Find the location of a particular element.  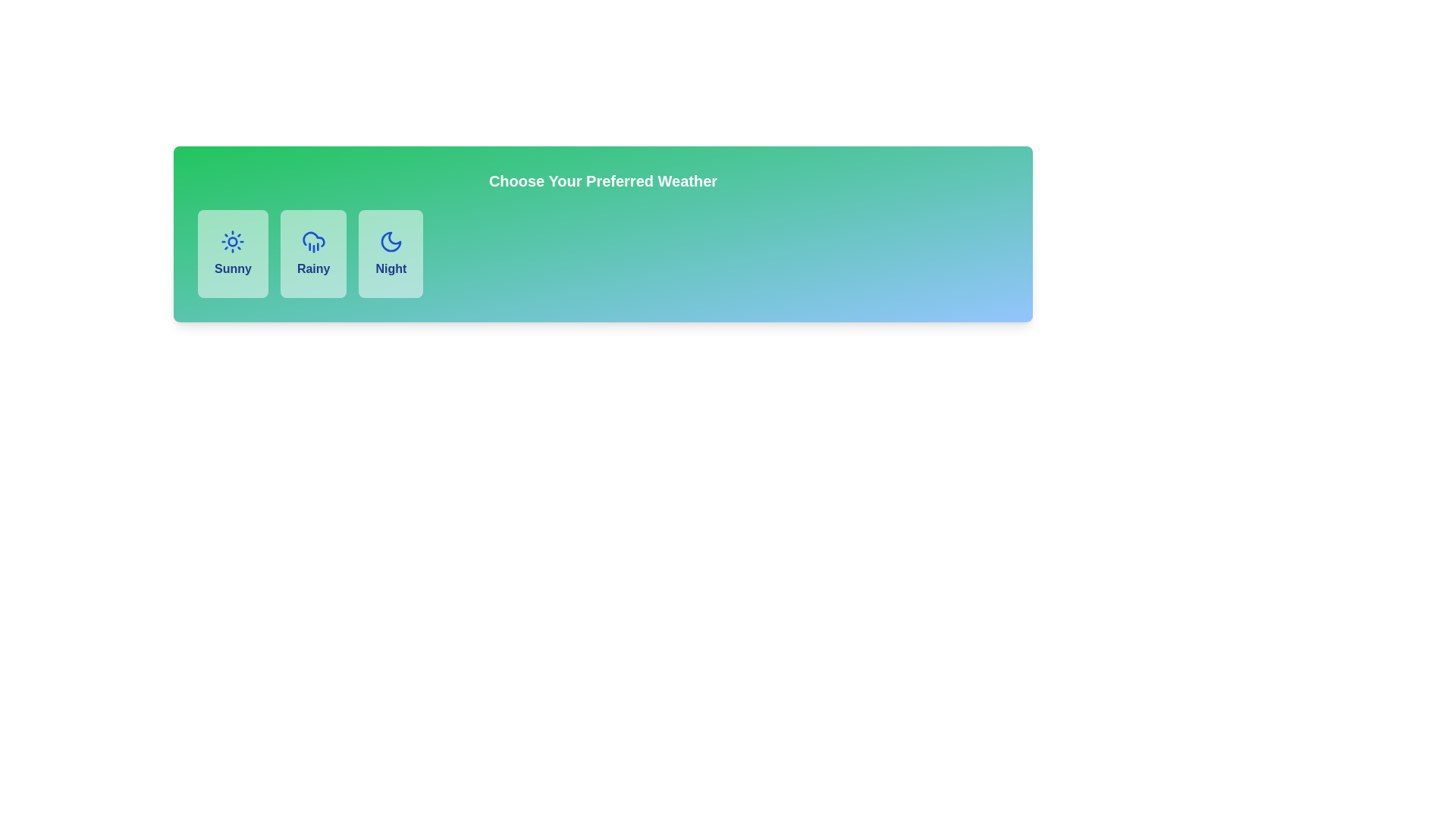

the 'Night' button in the weather selection interface is located at coordinates (391, 253).